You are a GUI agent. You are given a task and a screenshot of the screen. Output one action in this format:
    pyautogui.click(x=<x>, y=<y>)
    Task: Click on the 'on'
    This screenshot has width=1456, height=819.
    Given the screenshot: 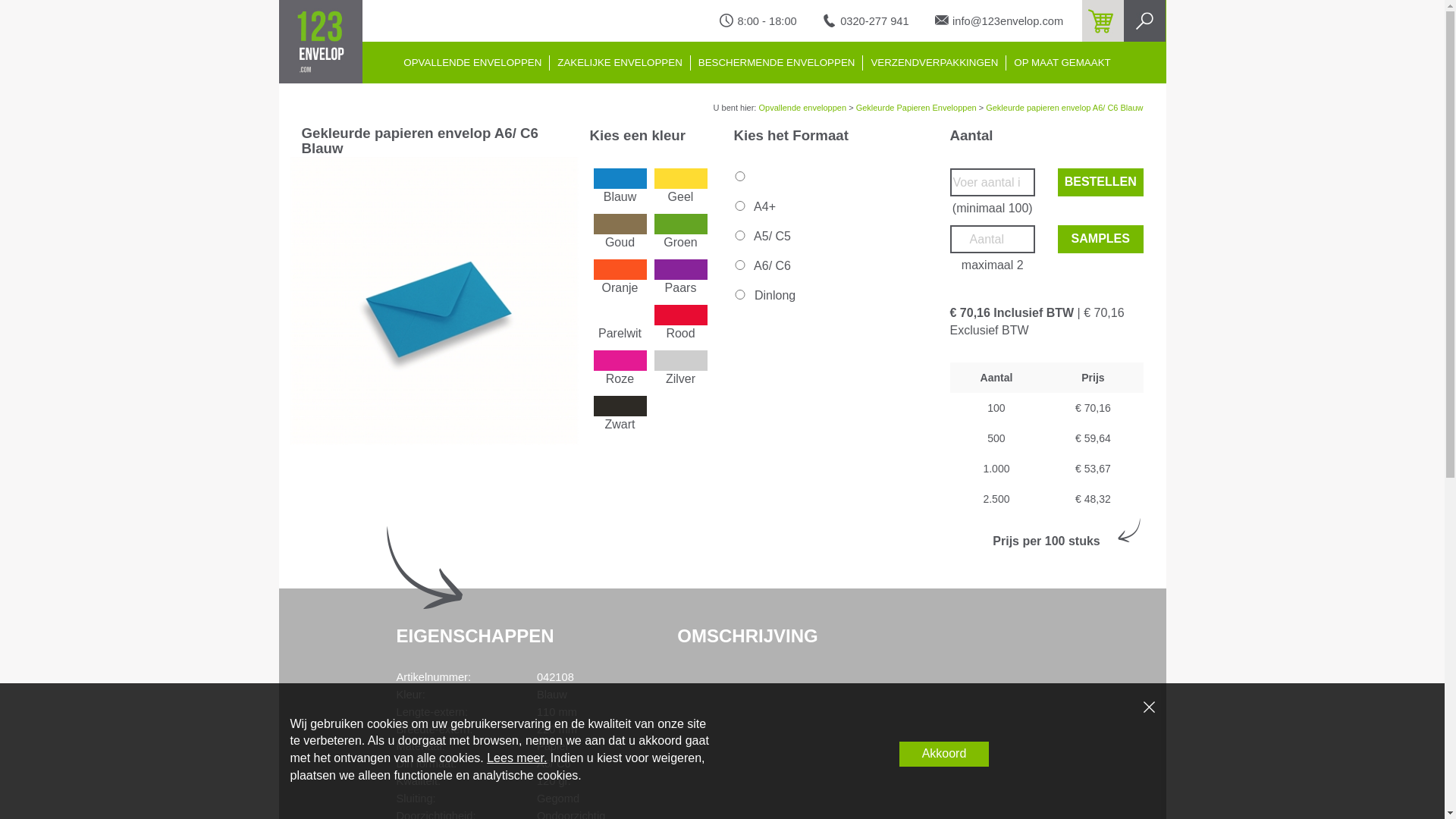 What is the action you would take?
    pyautogui.click(x=739, y=175)
    